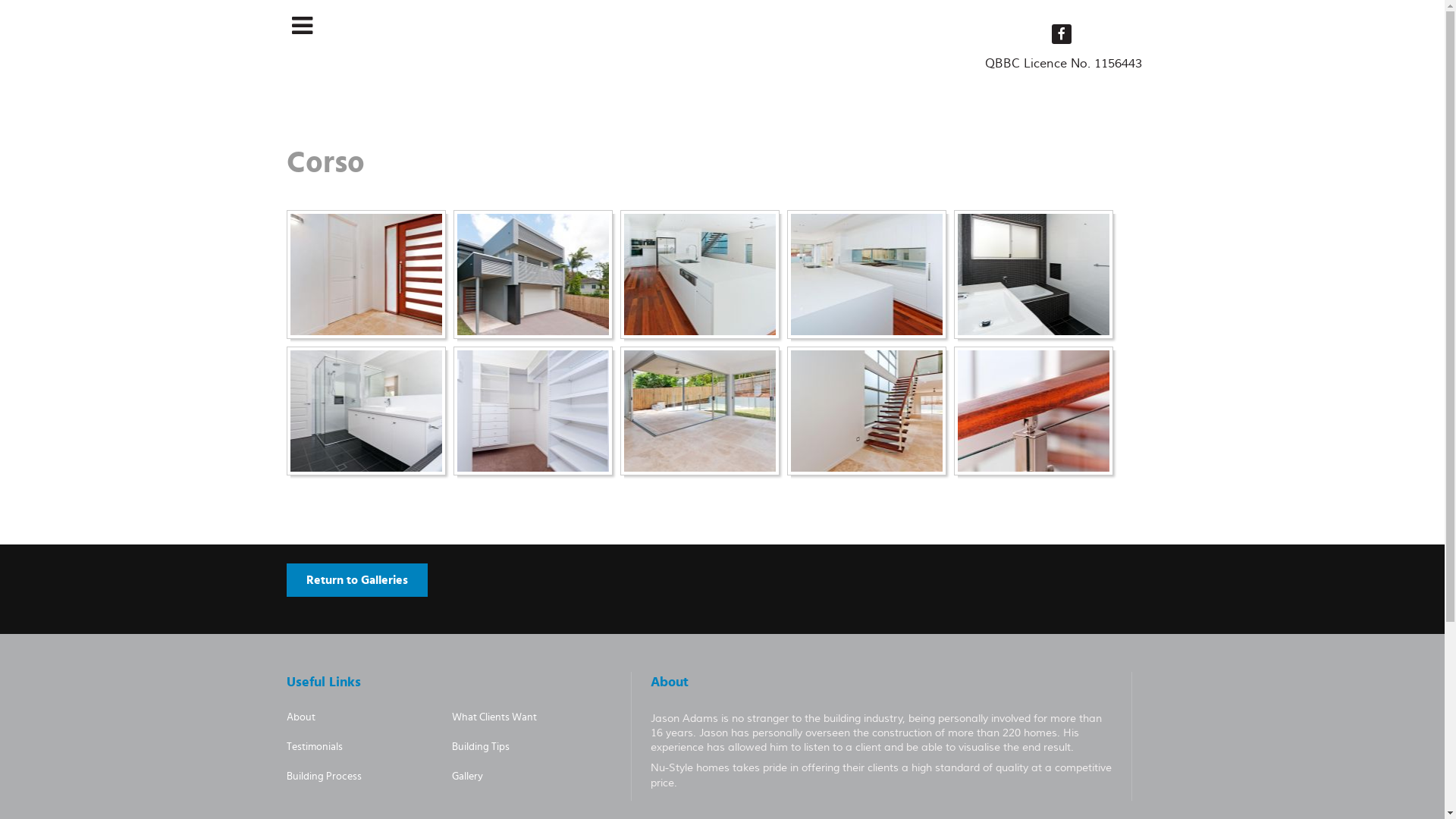  I want to click on 'What Clients Want', so click(494, 717).